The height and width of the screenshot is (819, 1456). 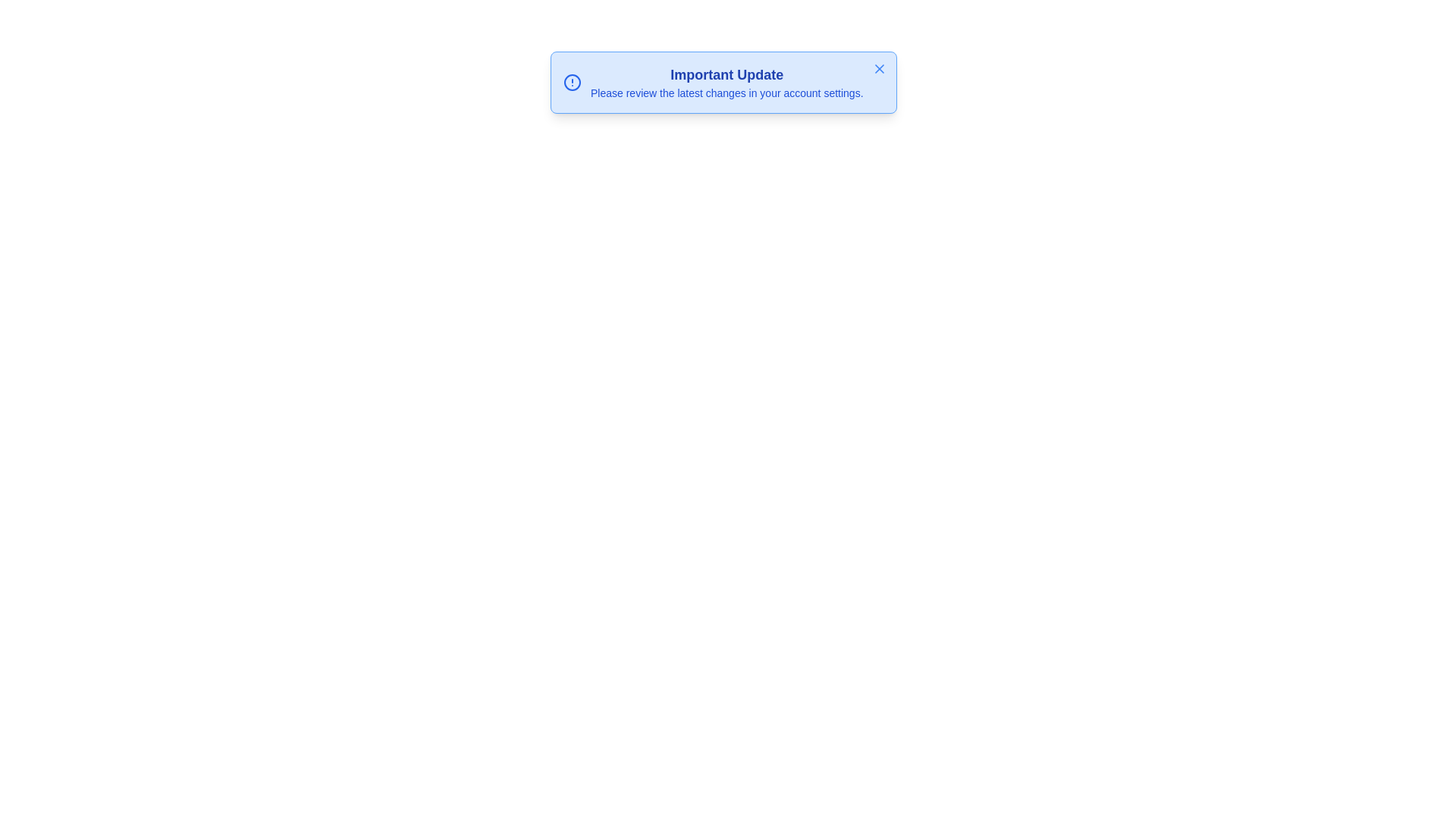 I want to click on the text label reading 'Please review the latest changes in your account settings,' which is styled in blue and positioned directly below the bold blue headline 'Important Update.', so click(x=726, y=93).